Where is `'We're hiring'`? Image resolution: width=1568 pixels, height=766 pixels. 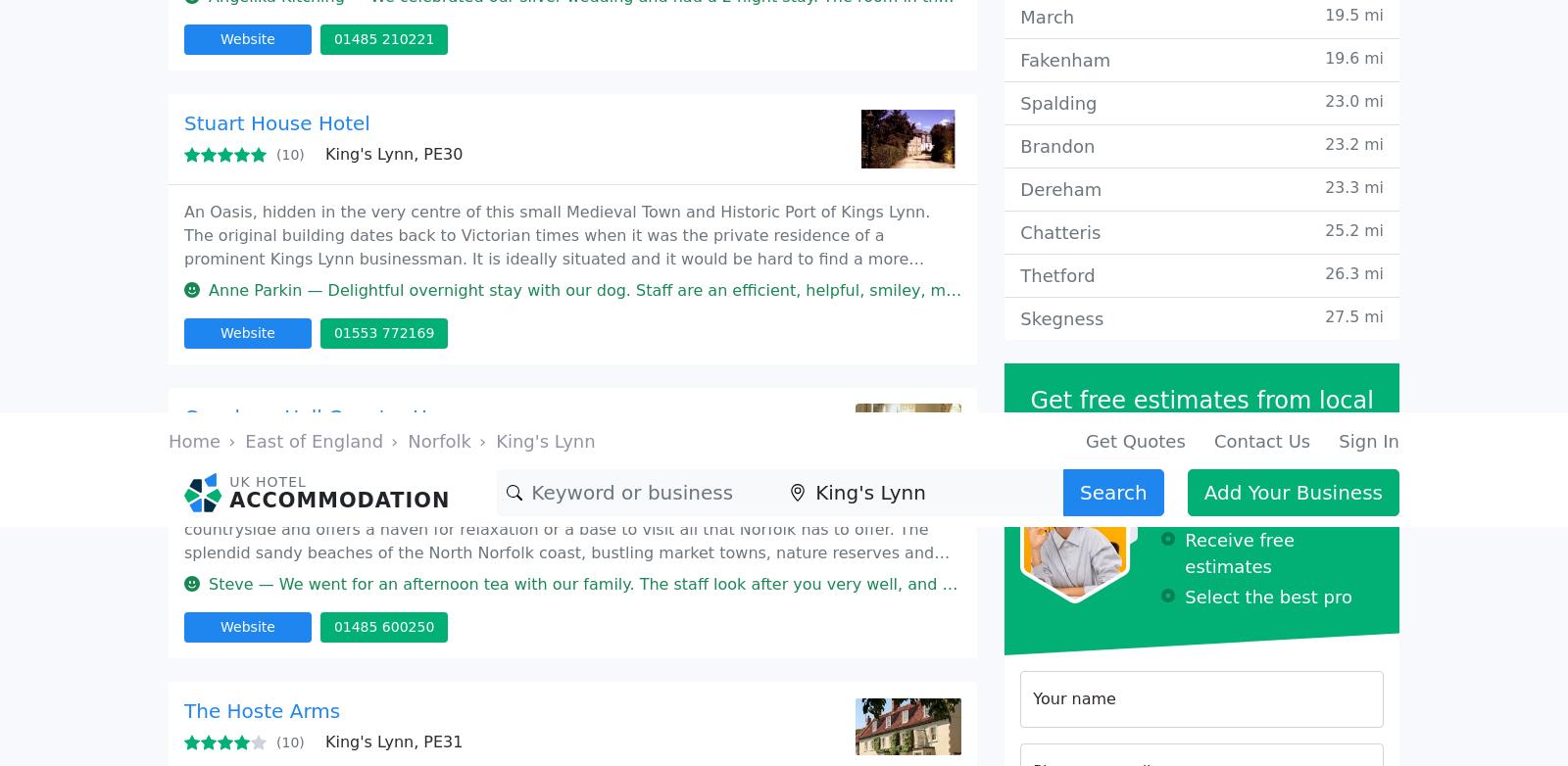 'We're hiring' is located at coordinates (848, 235).